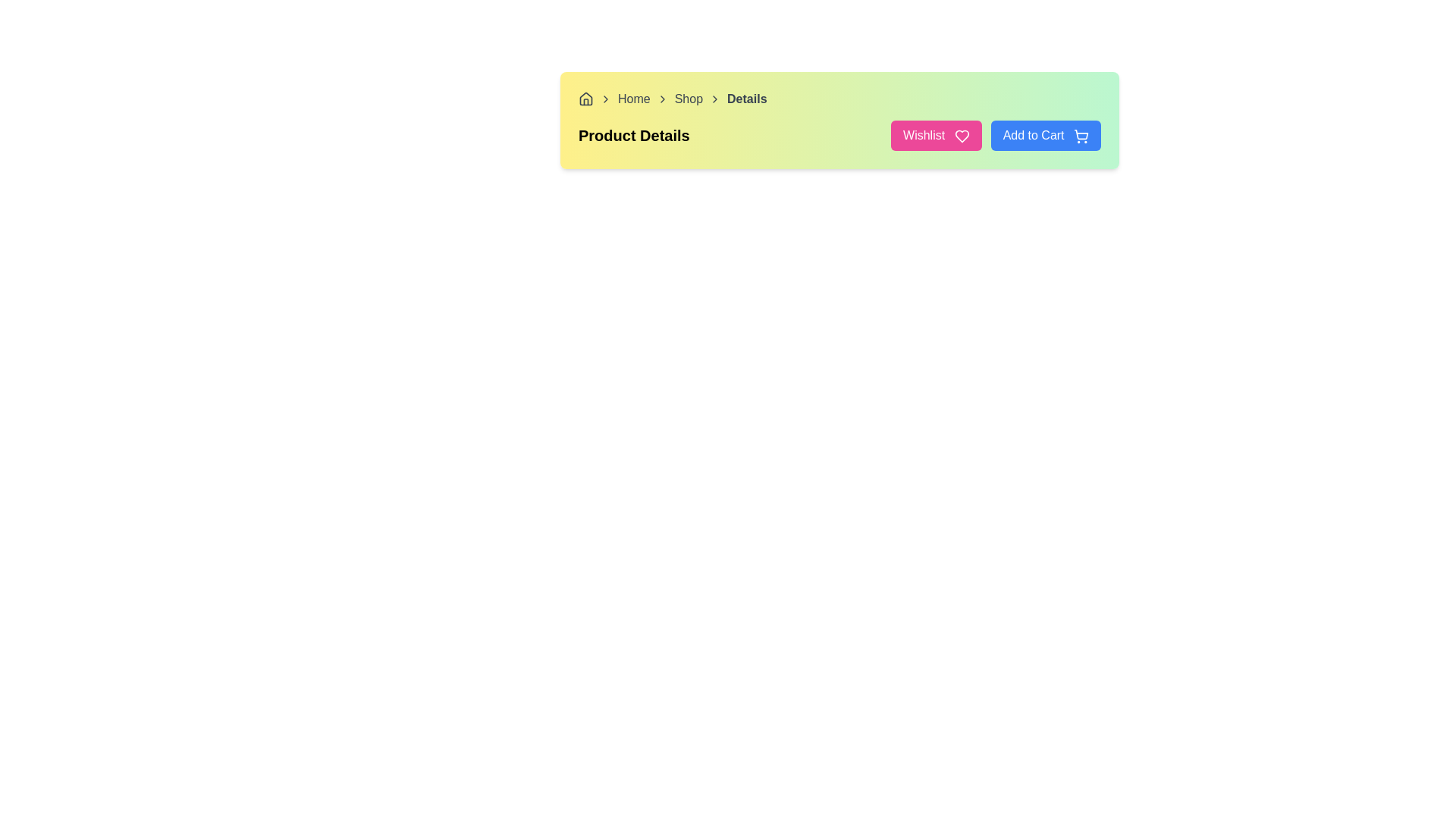  What do you see at coordinates (662, 99) in the screenshot?
I see `the chevron icon in the breadcrumb navigation bar that separates 'Home' and 'Shop' links` at bounding box center [662, 99].